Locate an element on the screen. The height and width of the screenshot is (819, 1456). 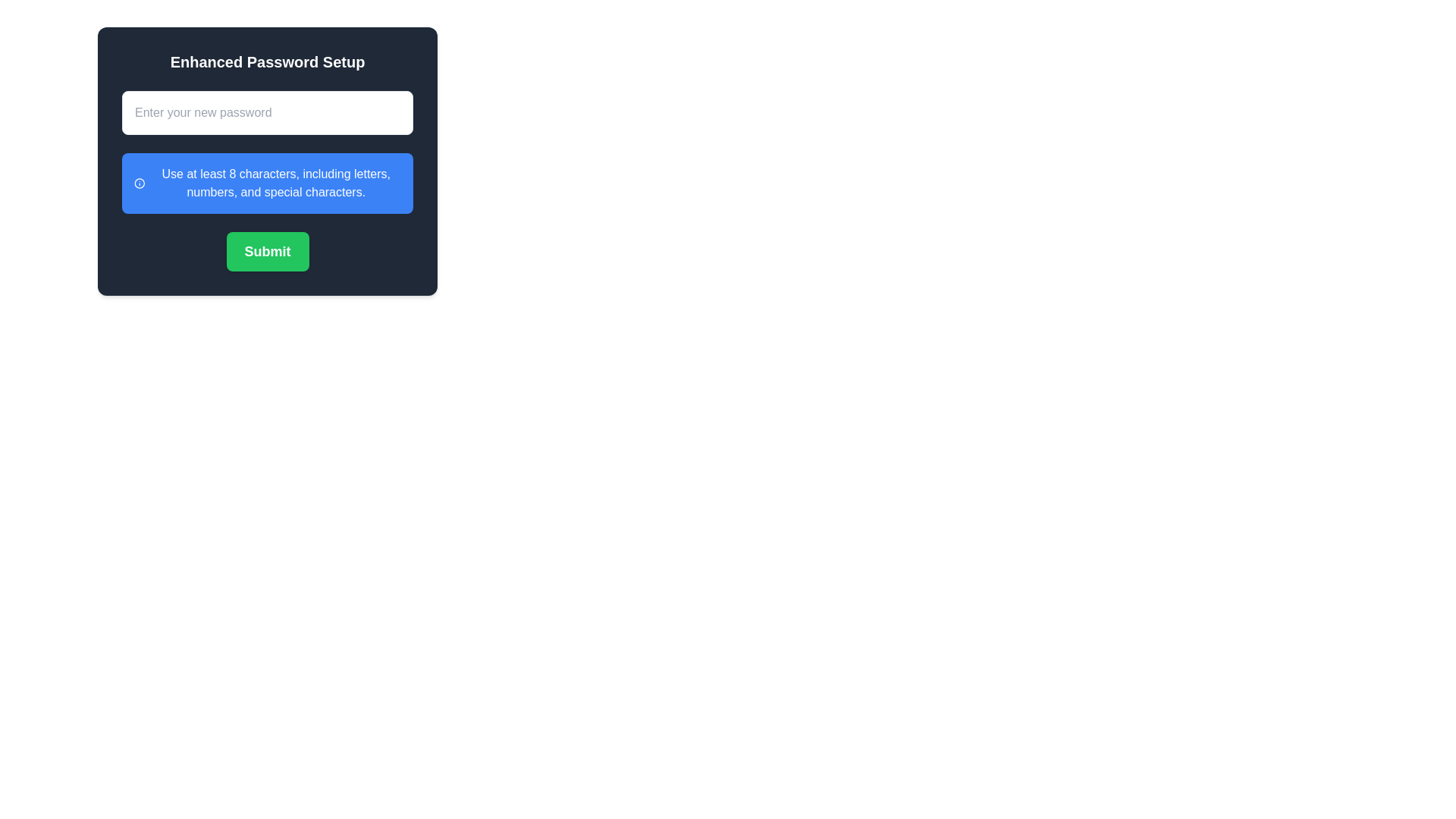
the circular outline part of the icon located within the blue informational box under the password input field is located at coordinates (140, 183).